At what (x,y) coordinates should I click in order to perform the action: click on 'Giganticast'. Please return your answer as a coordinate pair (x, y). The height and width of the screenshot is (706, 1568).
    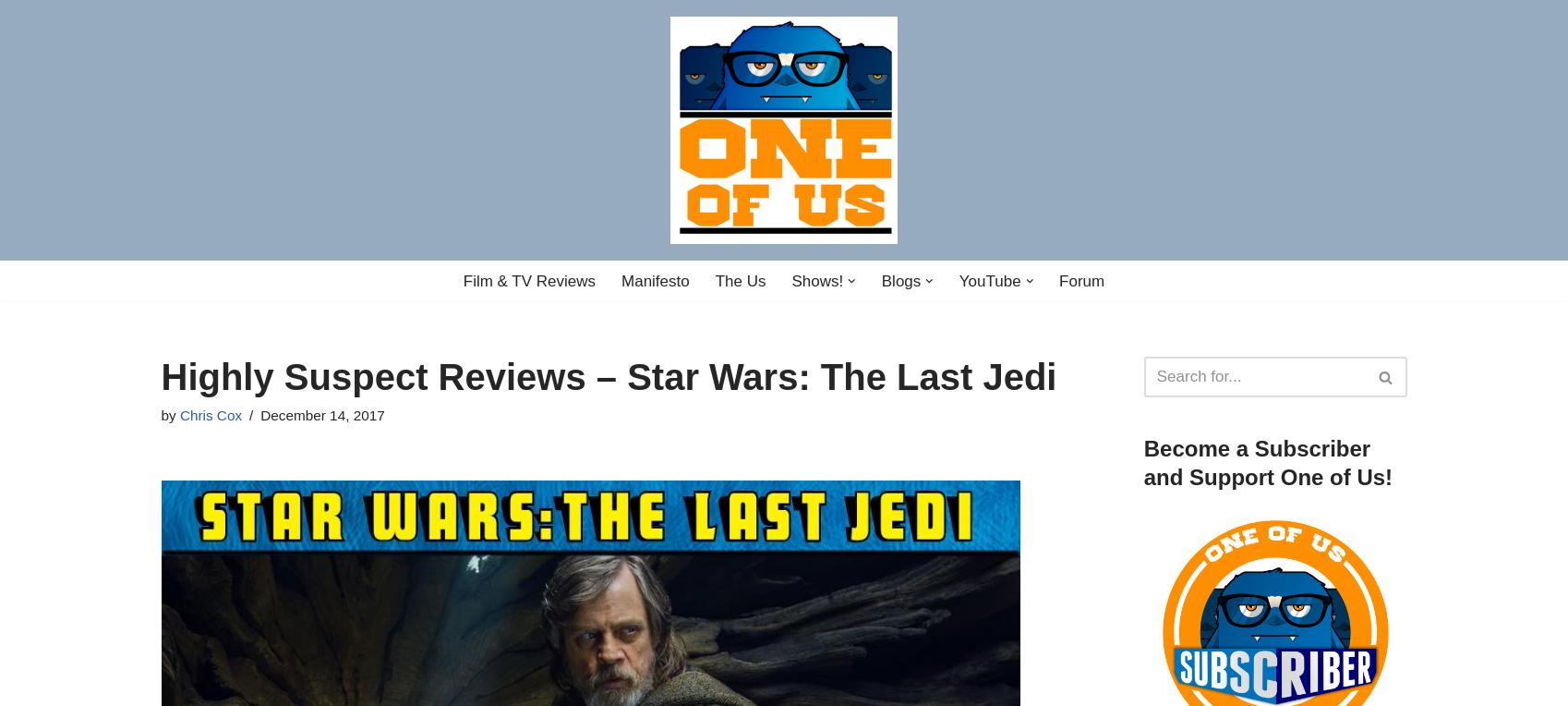
    Looking at the image, I should click on (716, 532).